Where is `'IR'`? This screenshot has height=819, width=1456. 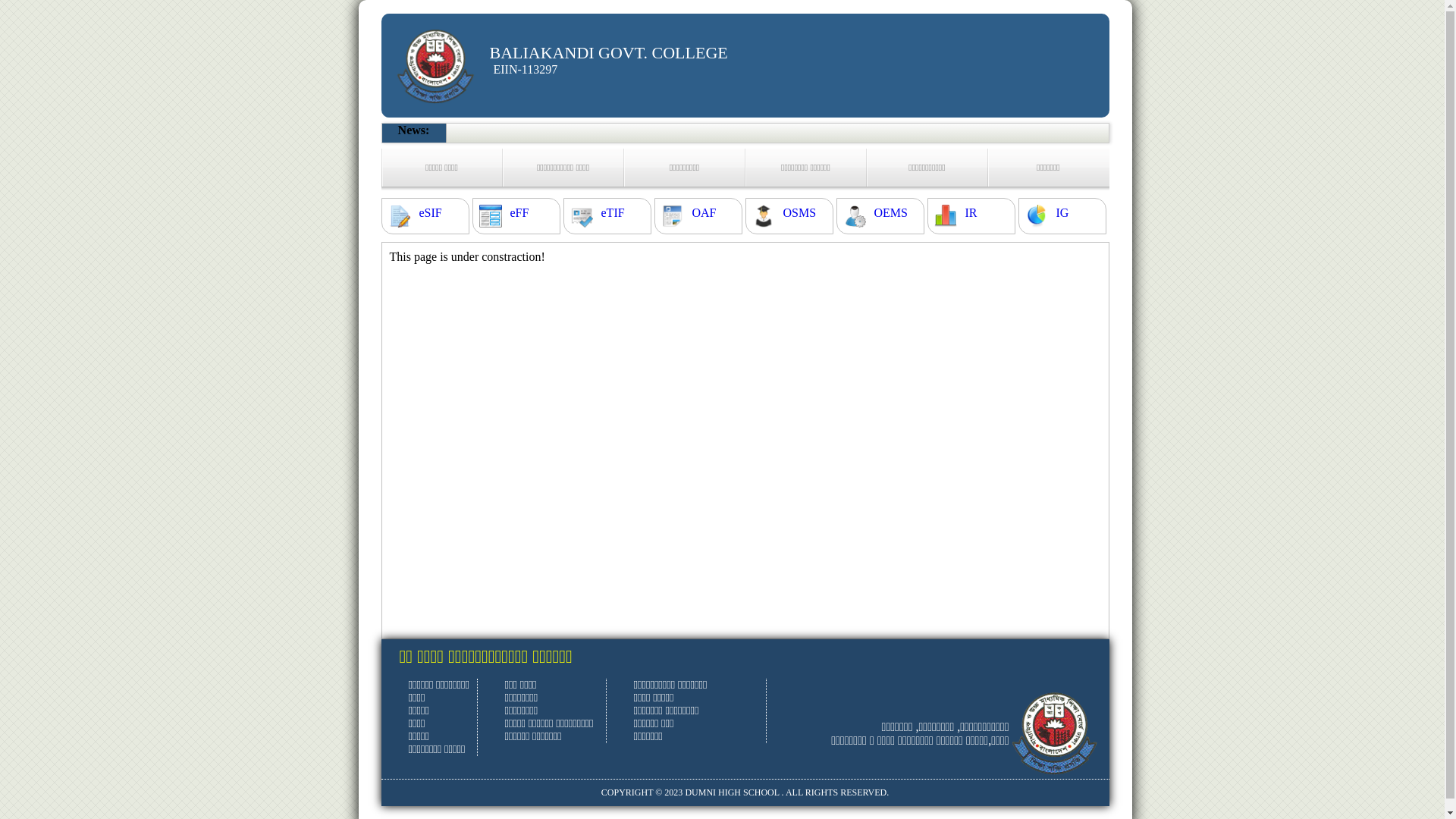
'IR' is located at coordinates (971, 213).